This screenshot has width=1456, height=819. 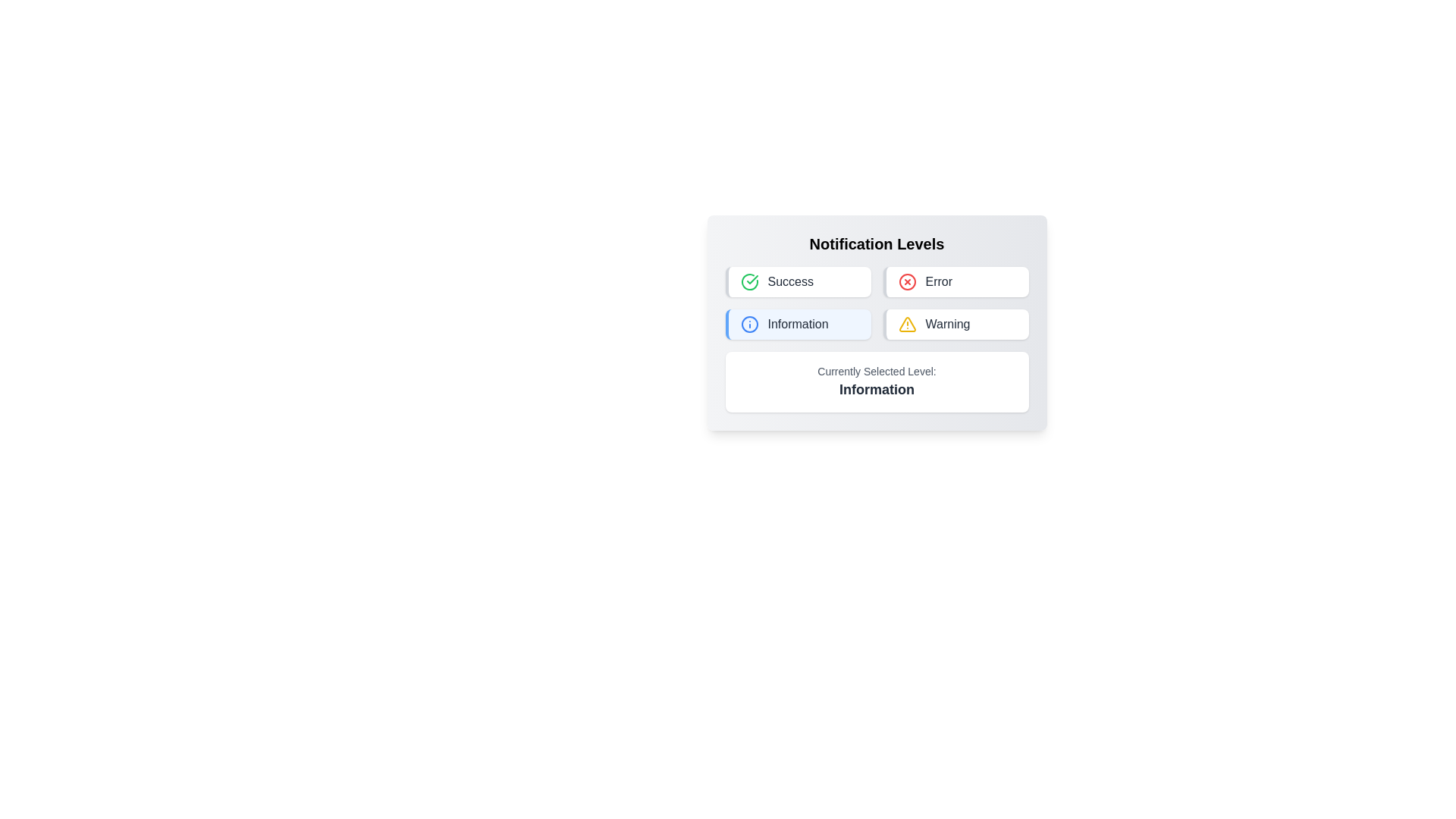 What do you see at coordinates (955, 324) in the screenshot?
I see `the button corresponding to the notification level Warning` at bounding box center [955, 324].